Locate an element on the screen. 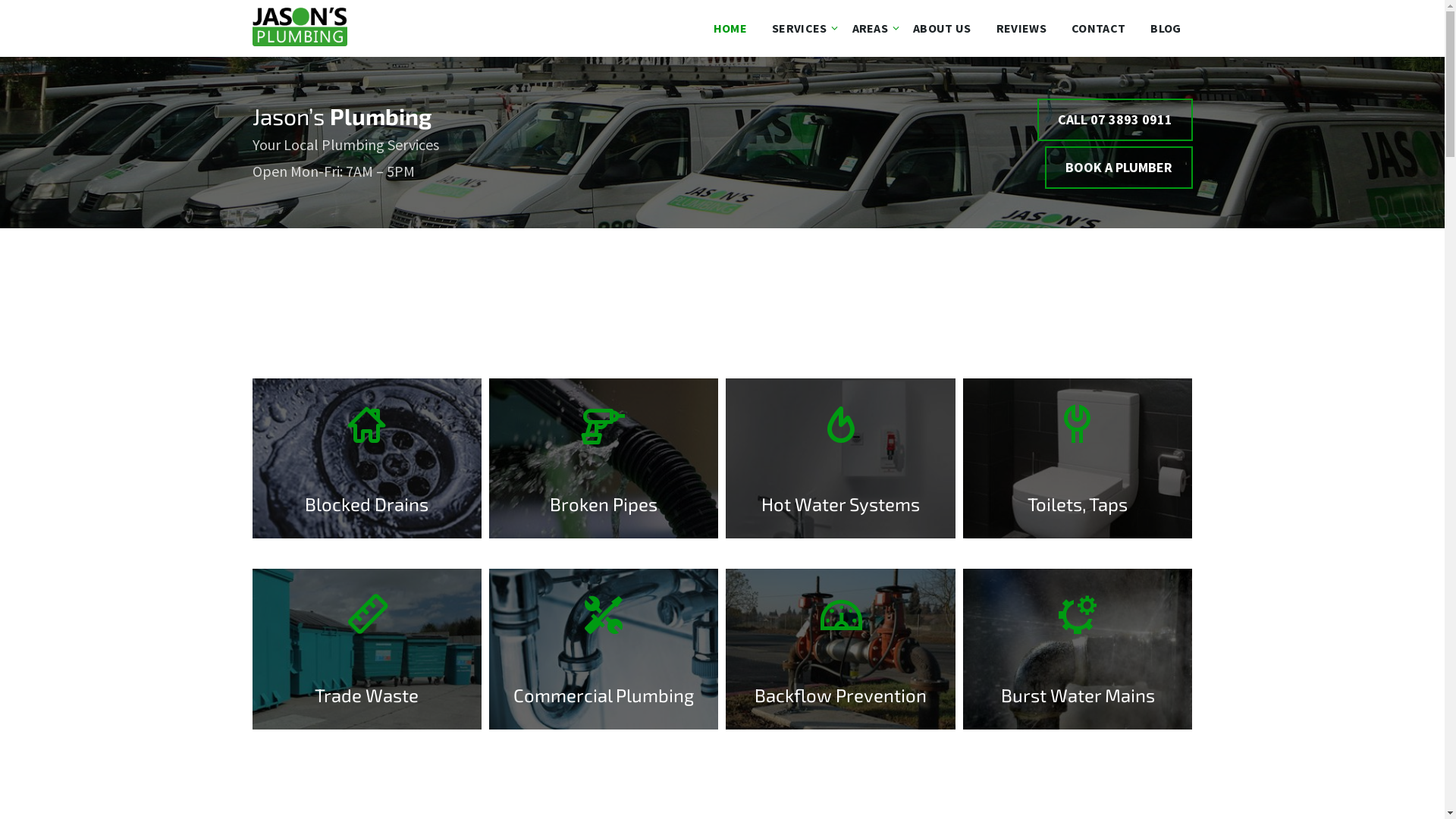 The height and width of the screenshot is (819, 1456). 'CONTACT' is located at coordinates (1059, 28).